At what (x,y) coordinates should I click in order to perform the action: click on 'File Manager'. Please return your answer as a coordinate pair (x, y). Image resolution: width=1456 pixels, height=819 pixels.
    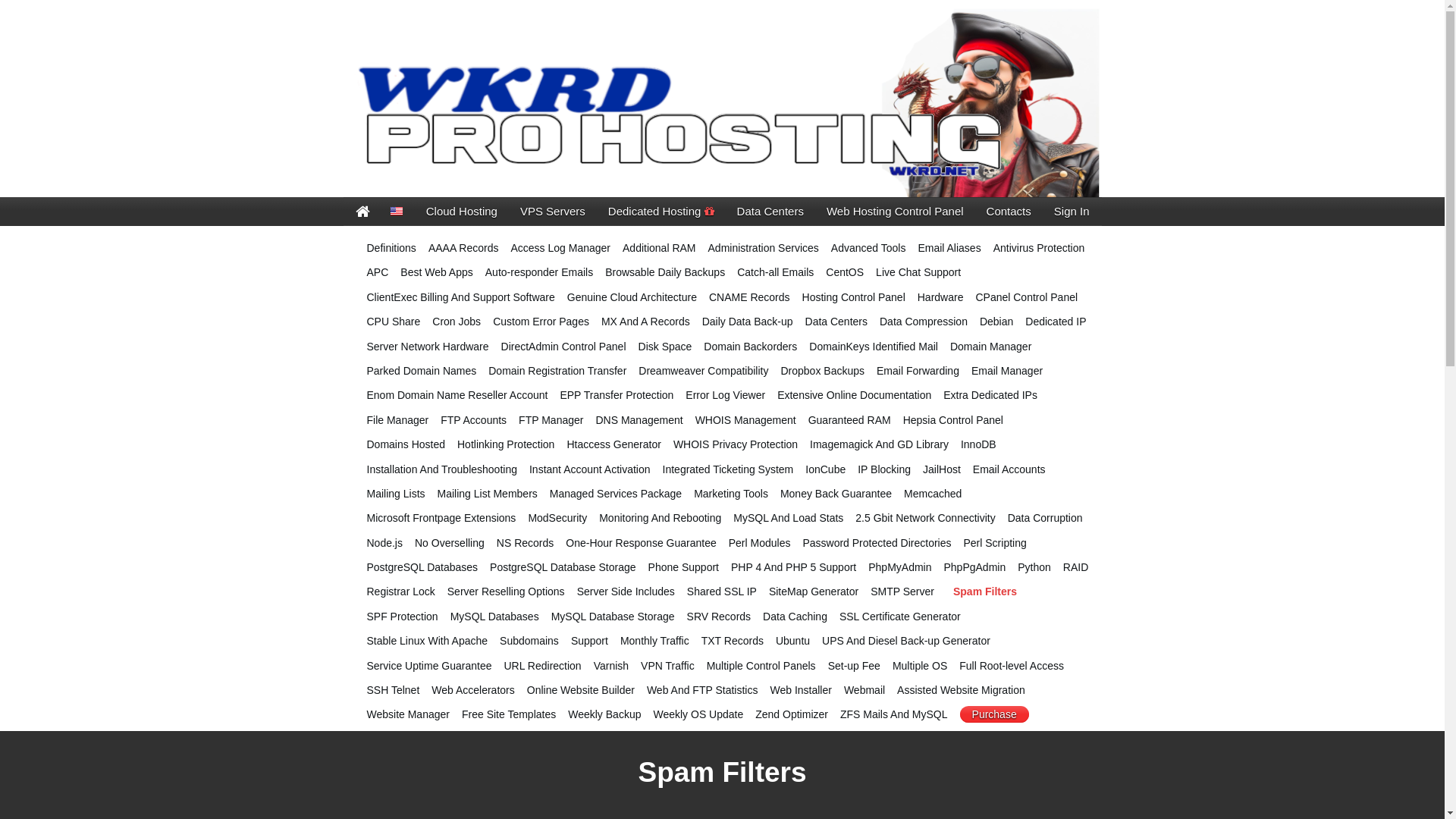
    Looking at the image, I should click on (367, 420).